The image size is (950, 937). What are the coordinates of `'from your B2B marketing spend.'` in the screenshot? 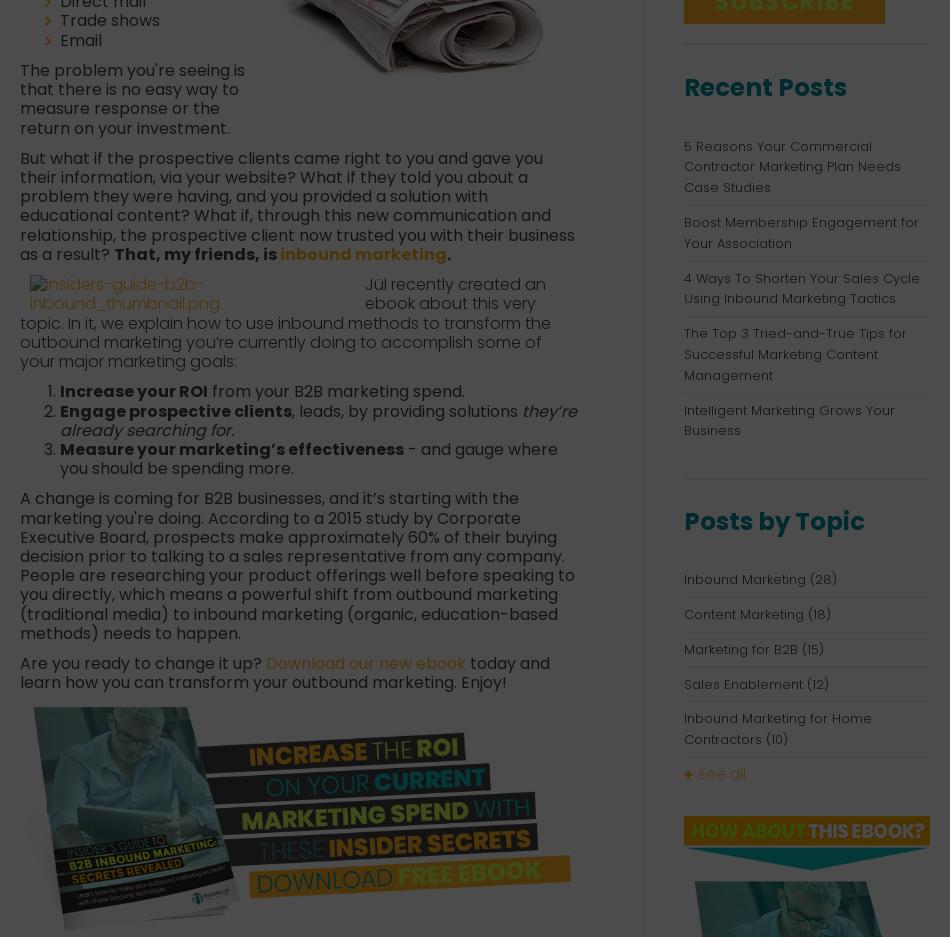 It's located at (335, 390).